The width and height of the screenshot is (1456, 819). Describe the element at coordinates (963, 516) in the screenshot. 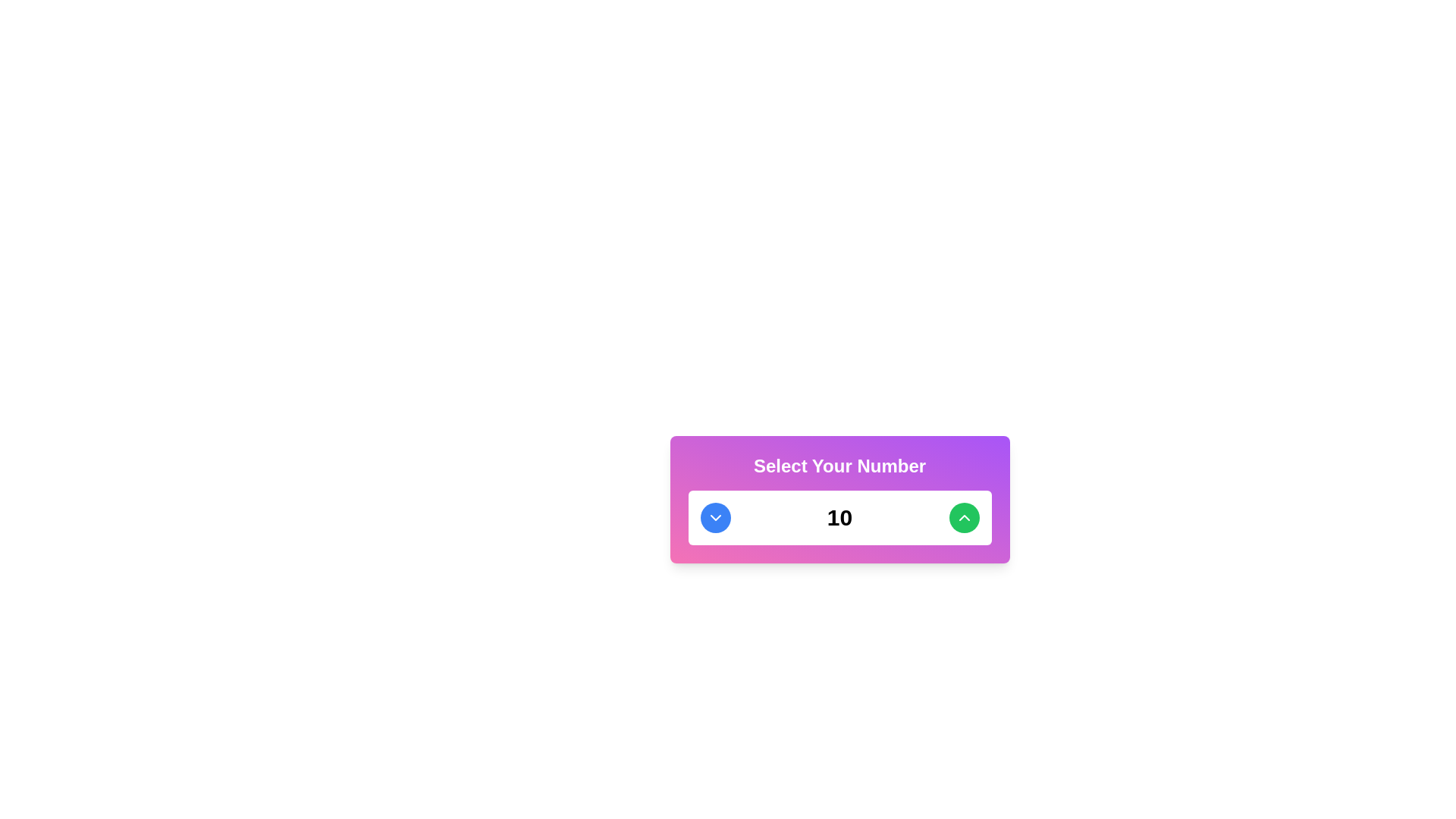

I see `upward-pointing chevron icon within the circular green button located on the right-hand side of the interface for accessibility purposes` at that location.